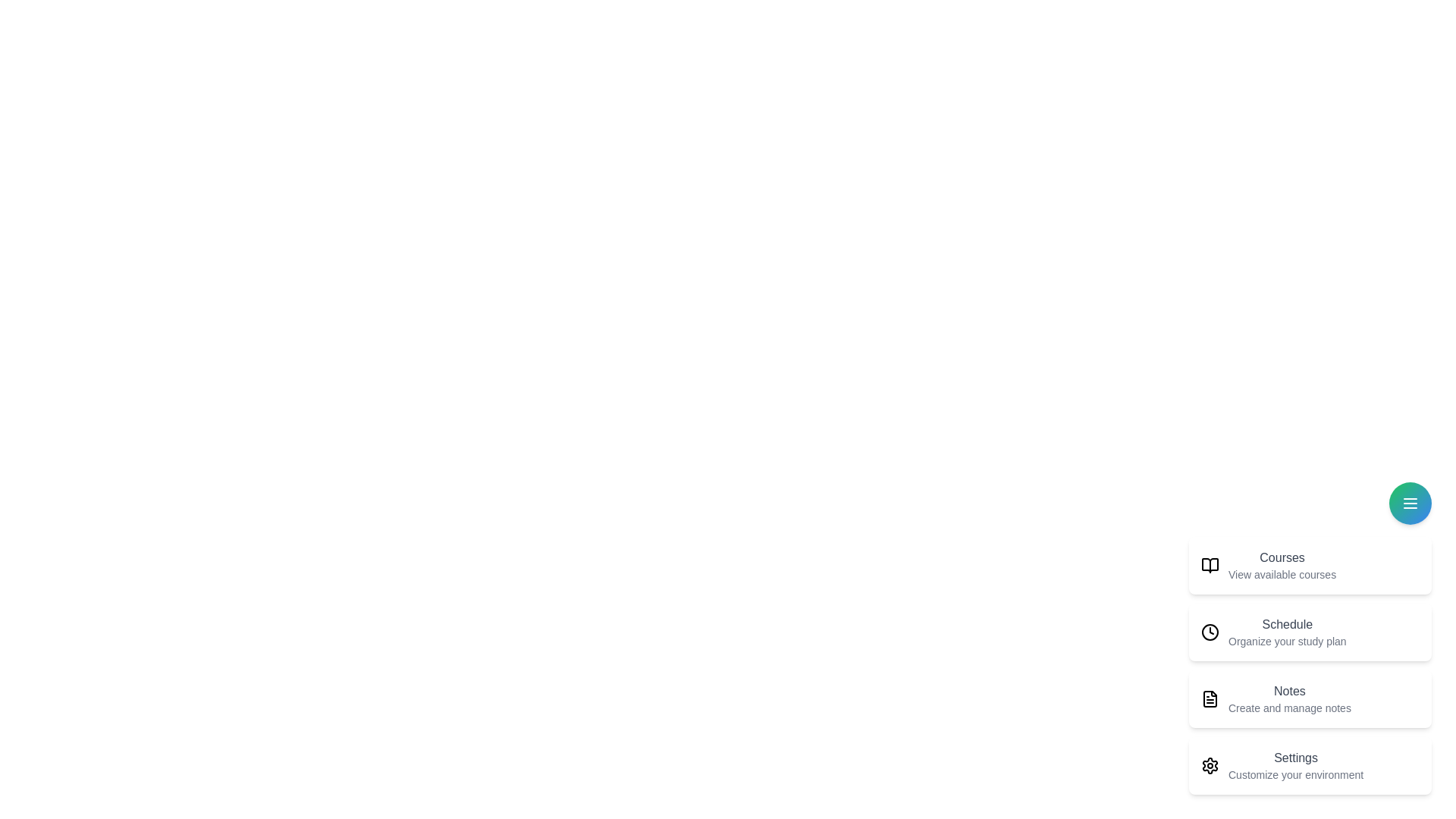 Image resolution: width=1456 pixels, height=819 pixels. Describe the element at coordinates (1310, 565) in the screenshot. I see `the menu item Courses in the speed dial` at that location.